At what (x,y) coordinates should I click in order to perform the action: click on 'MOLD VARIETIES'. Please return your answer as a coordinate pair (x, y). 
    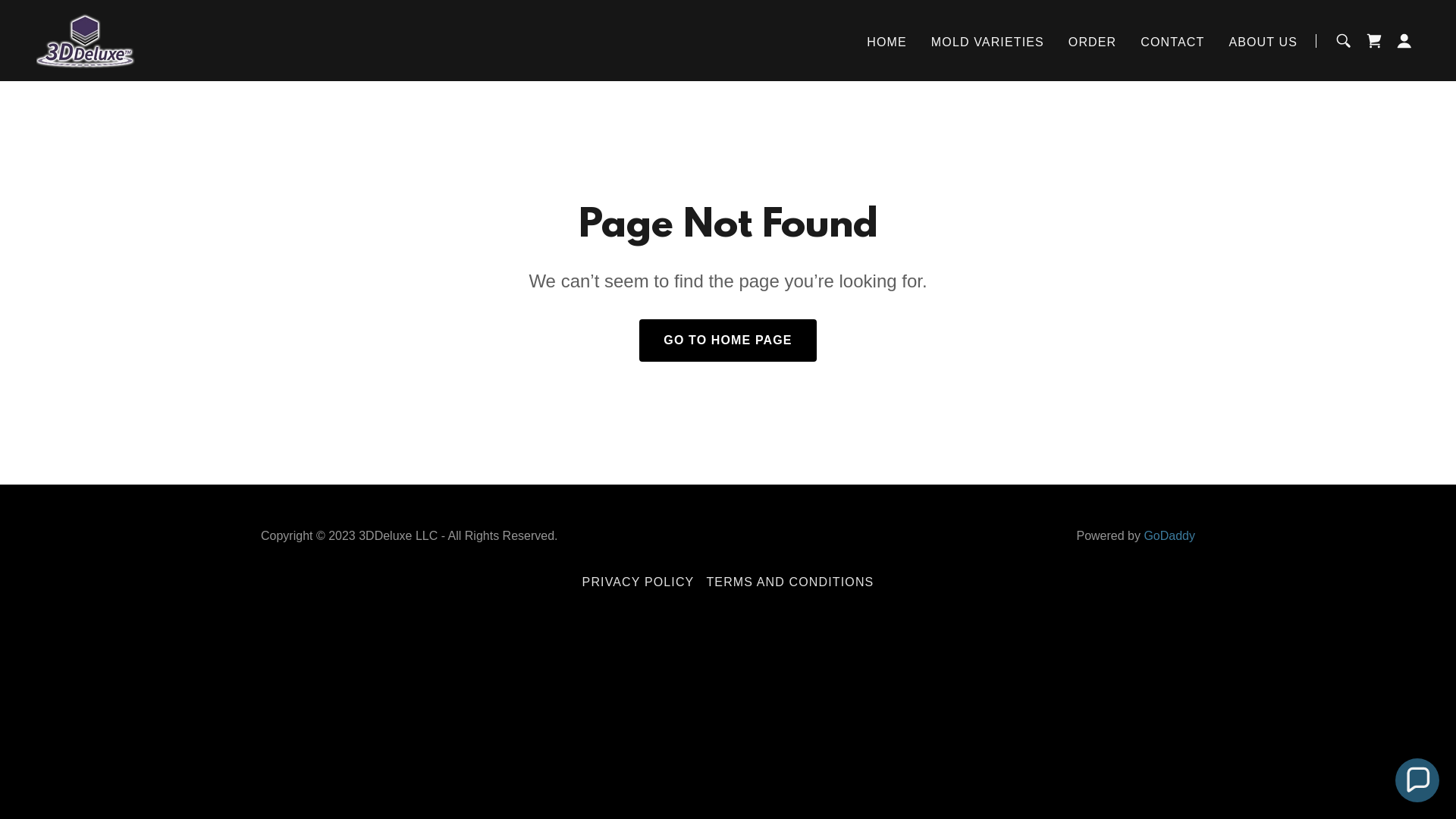
    Looking at the image, I should click on (987, 42).